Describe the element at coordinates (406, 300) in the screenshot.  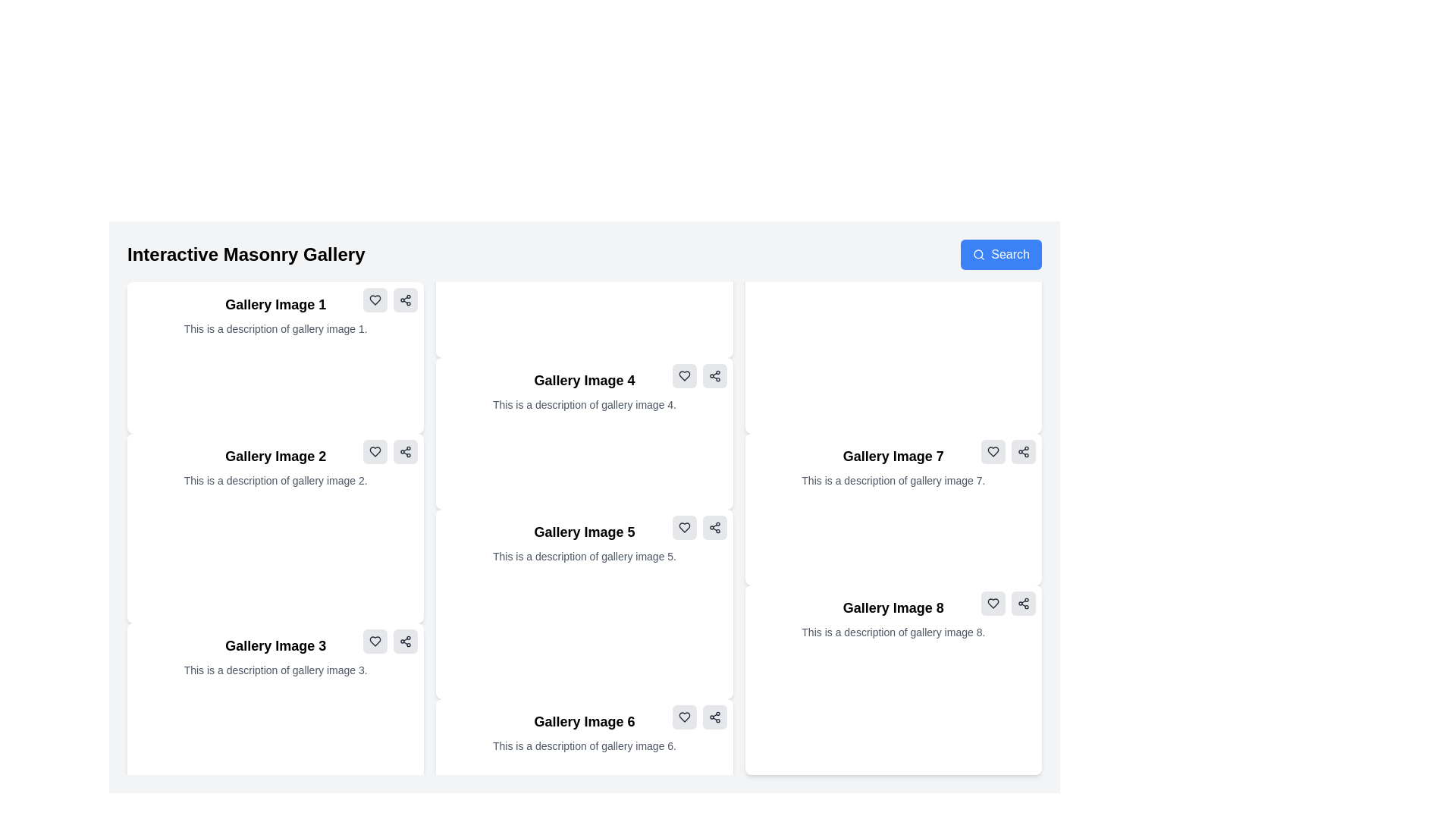
I see `the share button located in the top-right corner of the card titled 'Gallery Image 1' to initiate the share process for the associated gallery item` at that location.